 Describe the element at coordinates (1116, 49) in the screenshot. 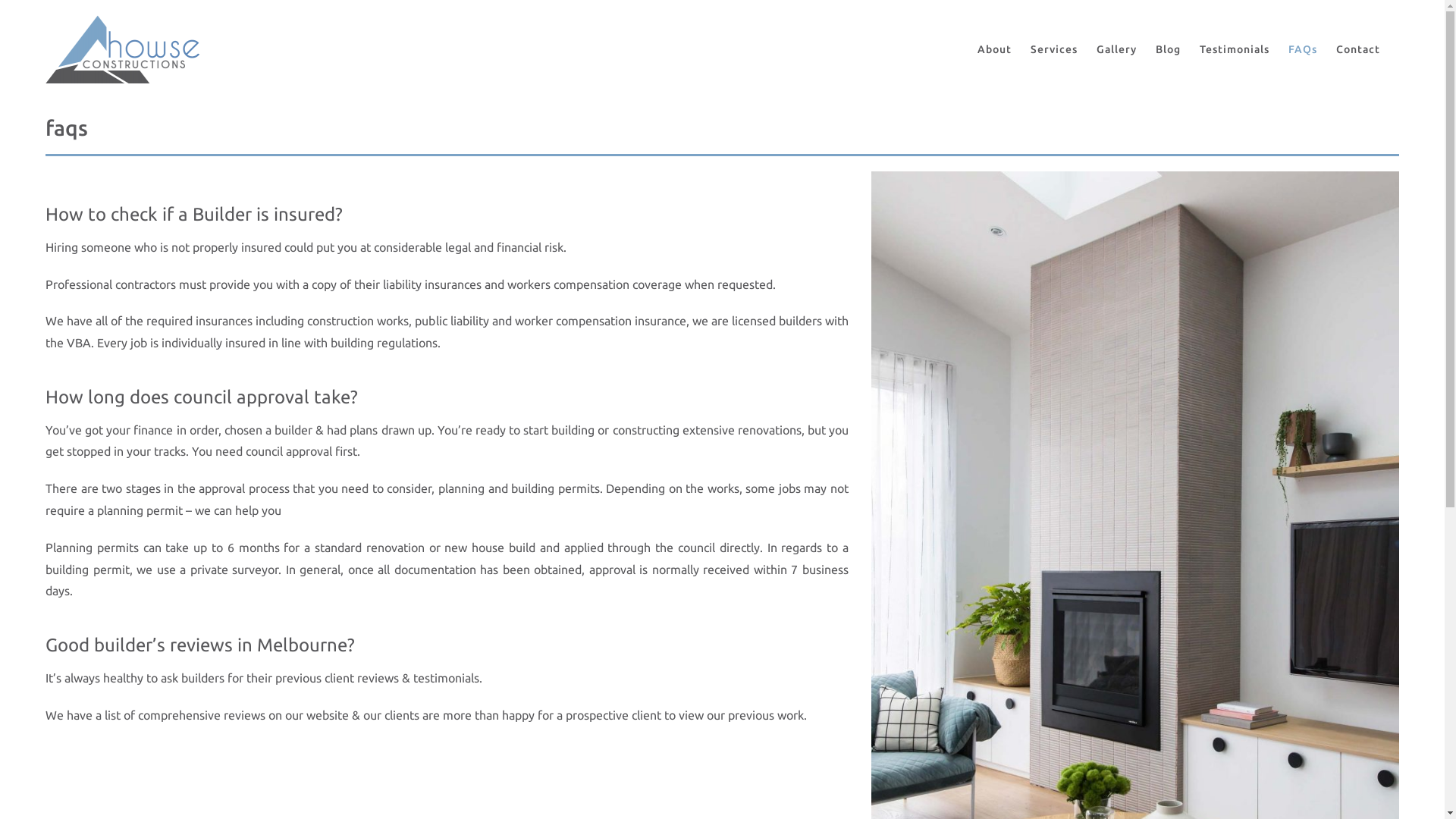

I see `'Gallery'` at that location.